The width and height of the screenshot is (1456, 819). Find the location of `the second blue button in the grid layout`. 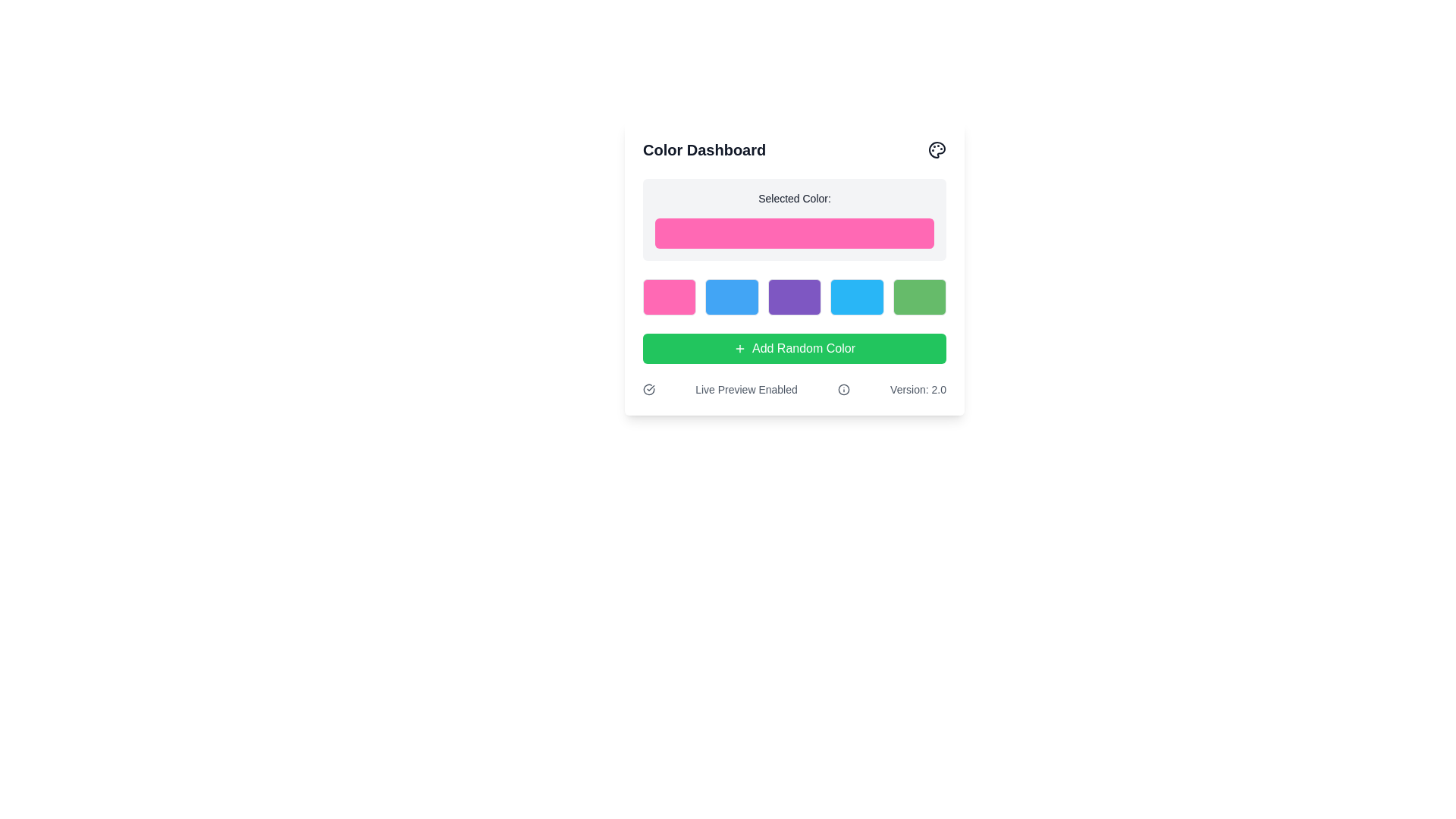

the second blue button in the grid layout is located at coordinates (732, 297).